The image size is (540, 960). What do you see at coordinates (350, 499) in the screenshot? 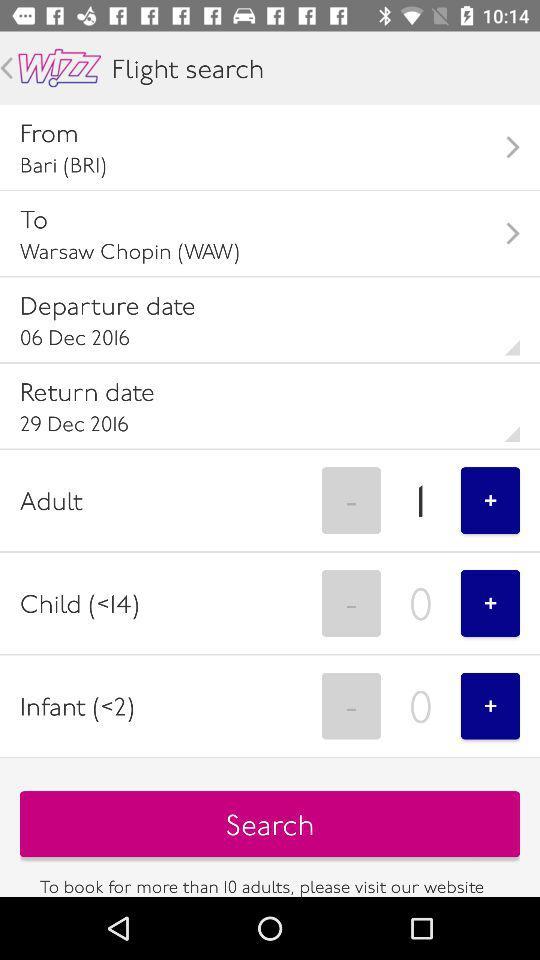
I see `icon next to 1 item` at bounding box center [350, 499].